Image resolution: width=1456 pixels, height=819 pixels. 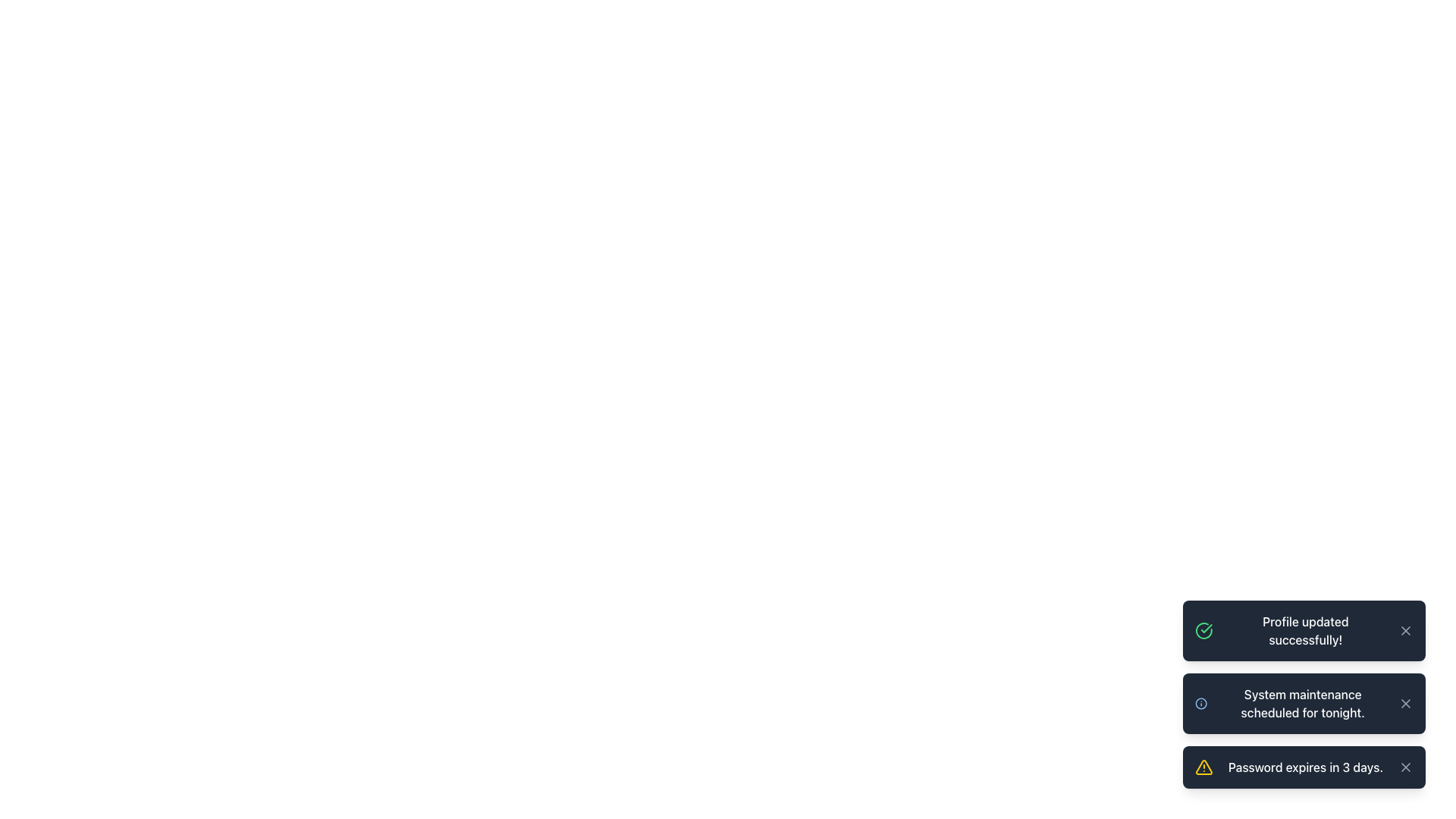 What do you see at coordinates (1200, 704) in the screenshot?
I see `the inner circle component of the left-hand icon in the second notification card, which represents an alert or information notification` at bounding box center [1200, 704].